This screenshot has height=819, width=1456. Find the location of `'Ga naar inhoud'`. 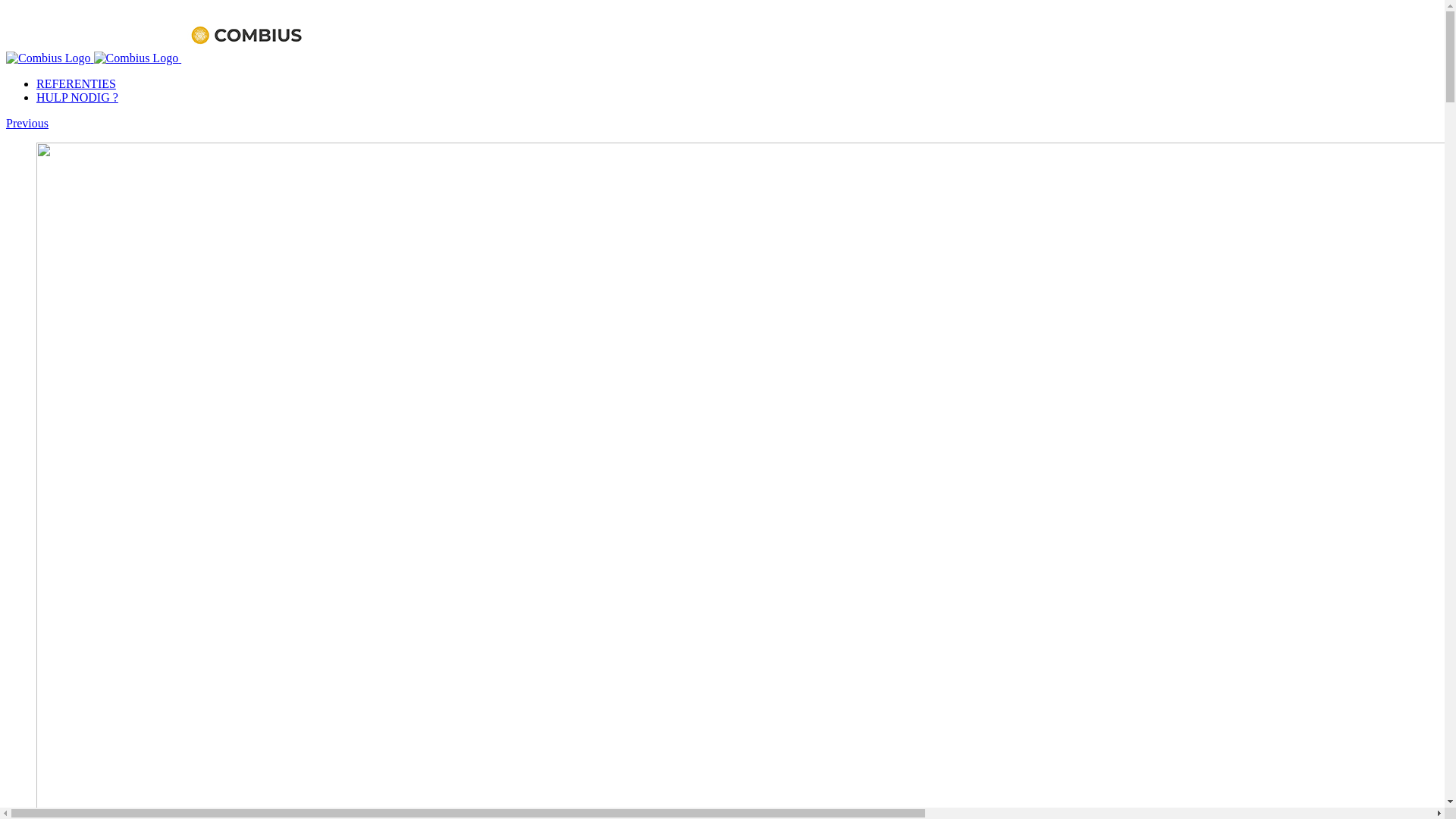

'Ga naar inhoud' is located at coordinates (5, 5).